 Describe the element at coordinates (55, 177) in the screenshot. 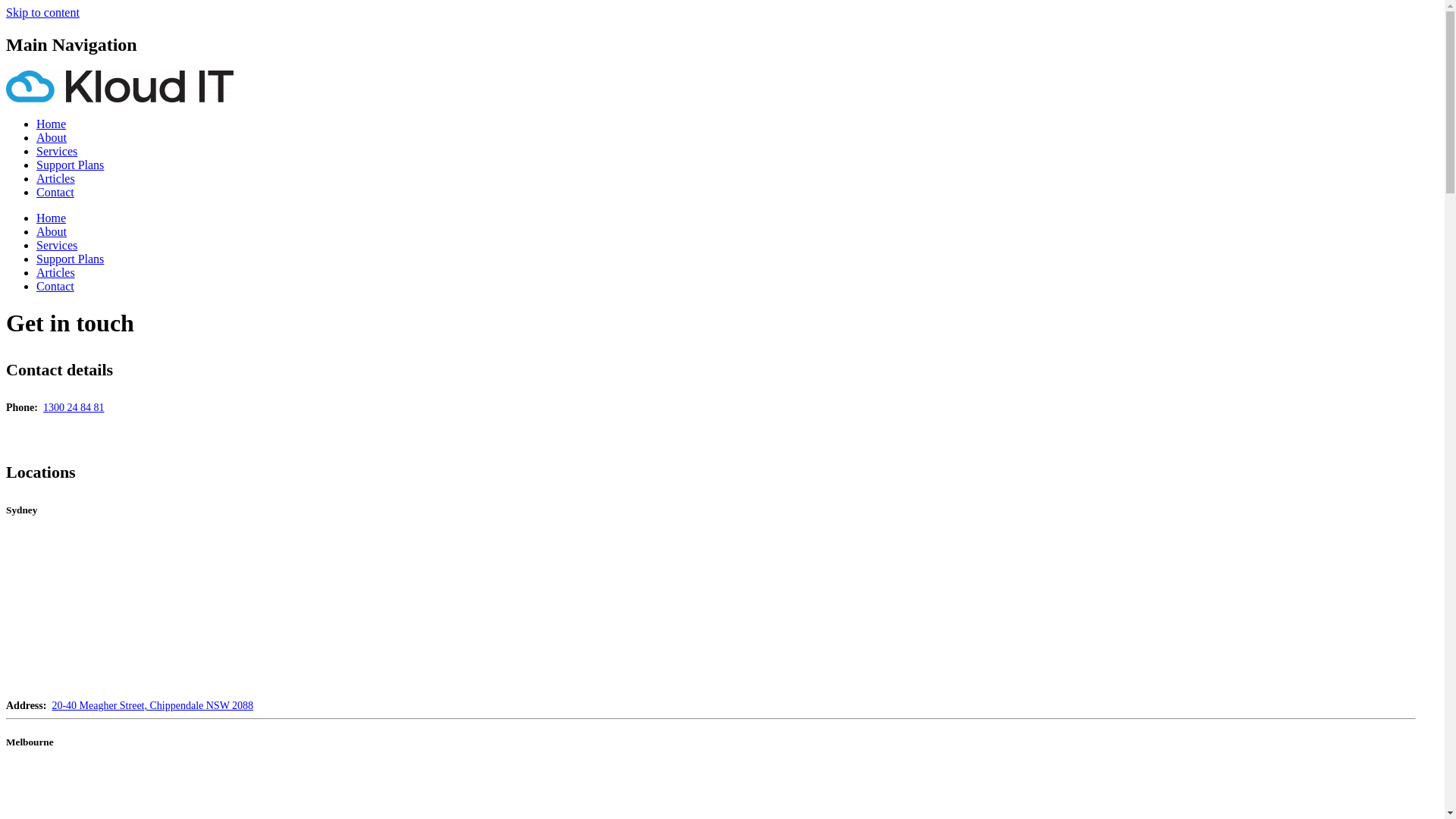

I see `'Articles'` at that location.